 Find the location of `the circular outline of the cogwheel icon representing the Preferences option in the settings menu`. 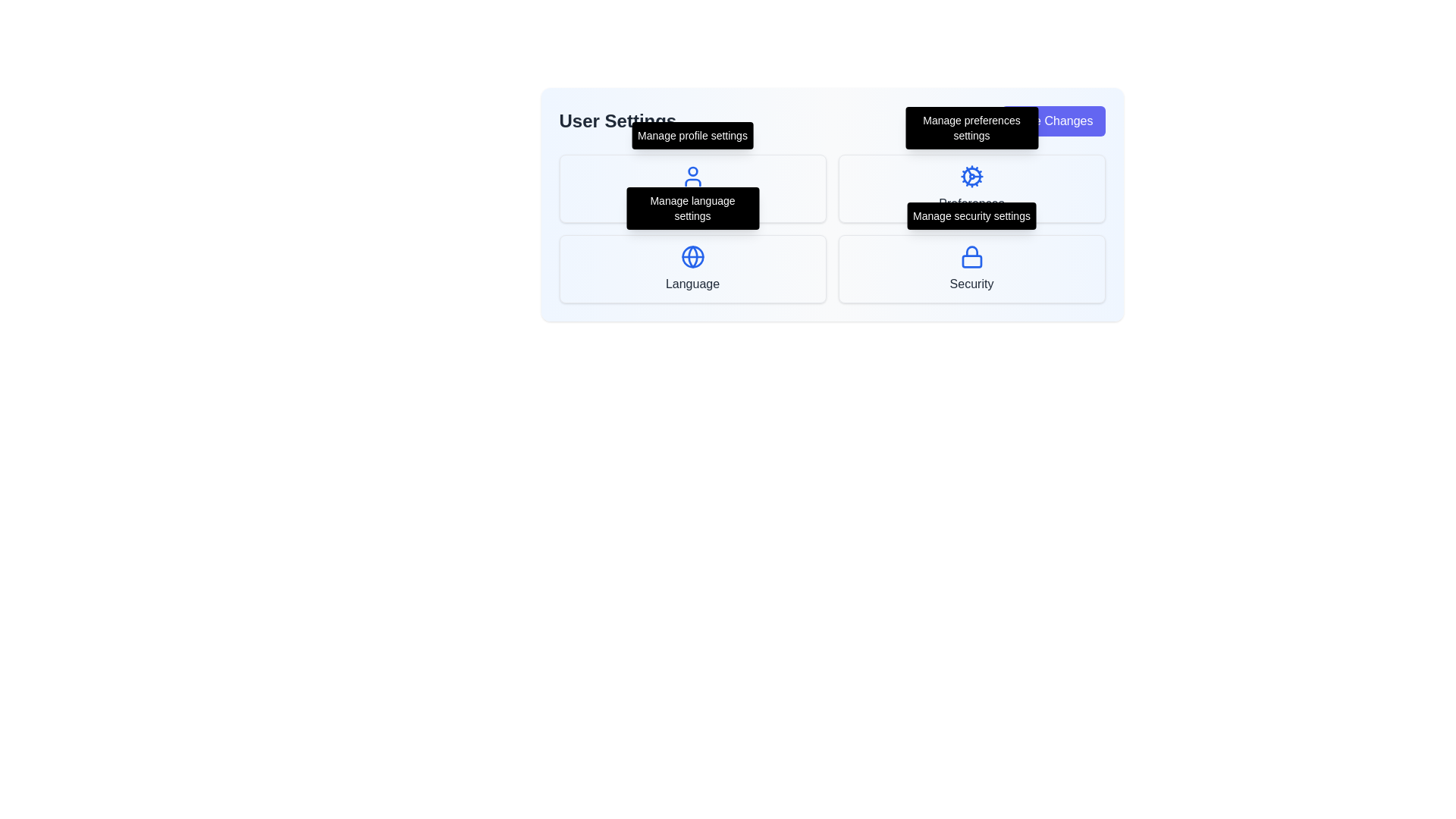

the circular outline of the cogwheel icon representing the Preferences option in the settings menu is located at coordinates (971, 175).